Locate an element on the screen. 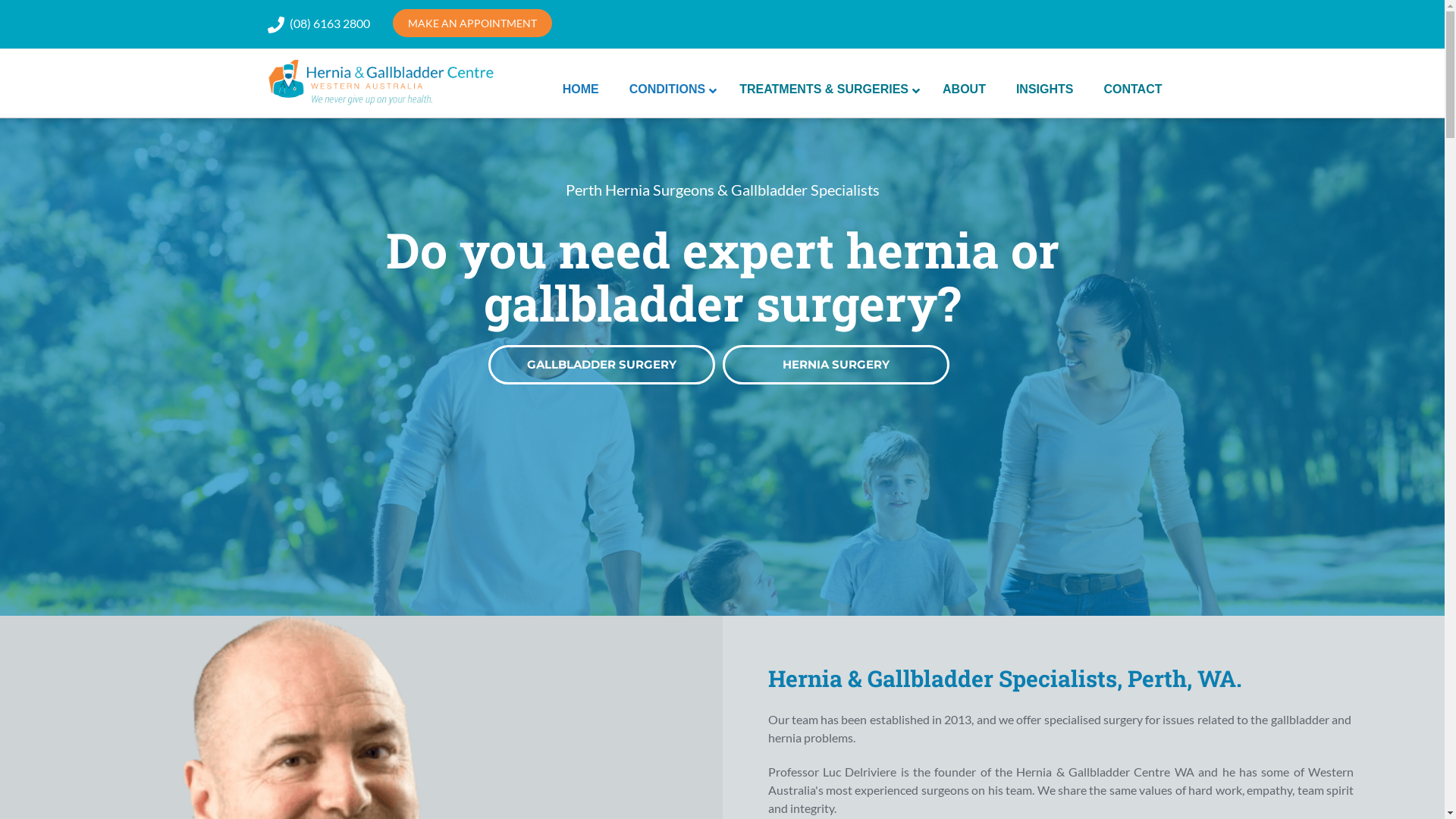  'HERNIA SURGERY' is located at coordinates (834, 365).